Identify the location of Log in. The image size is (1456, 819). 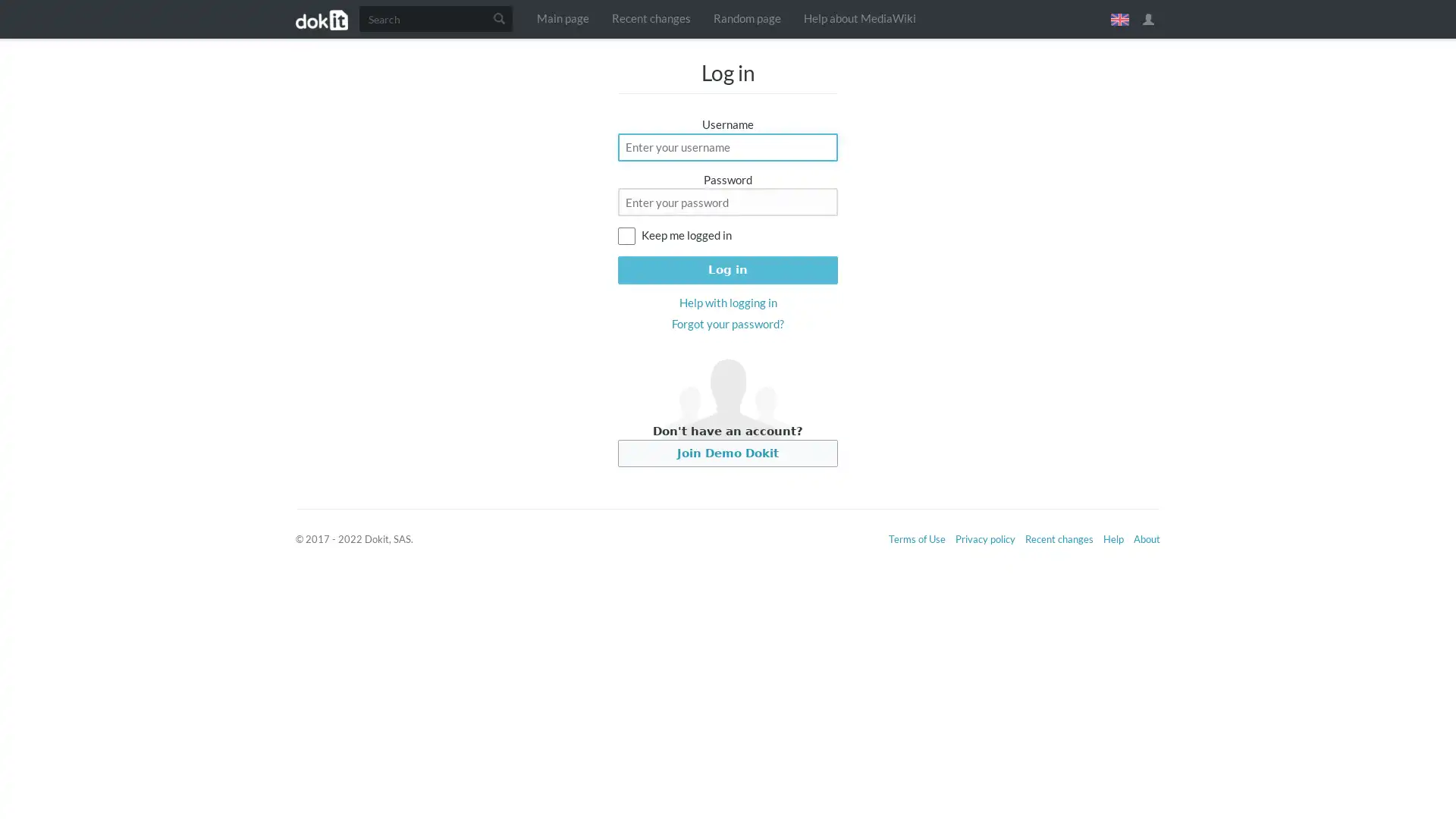
(728, 268).